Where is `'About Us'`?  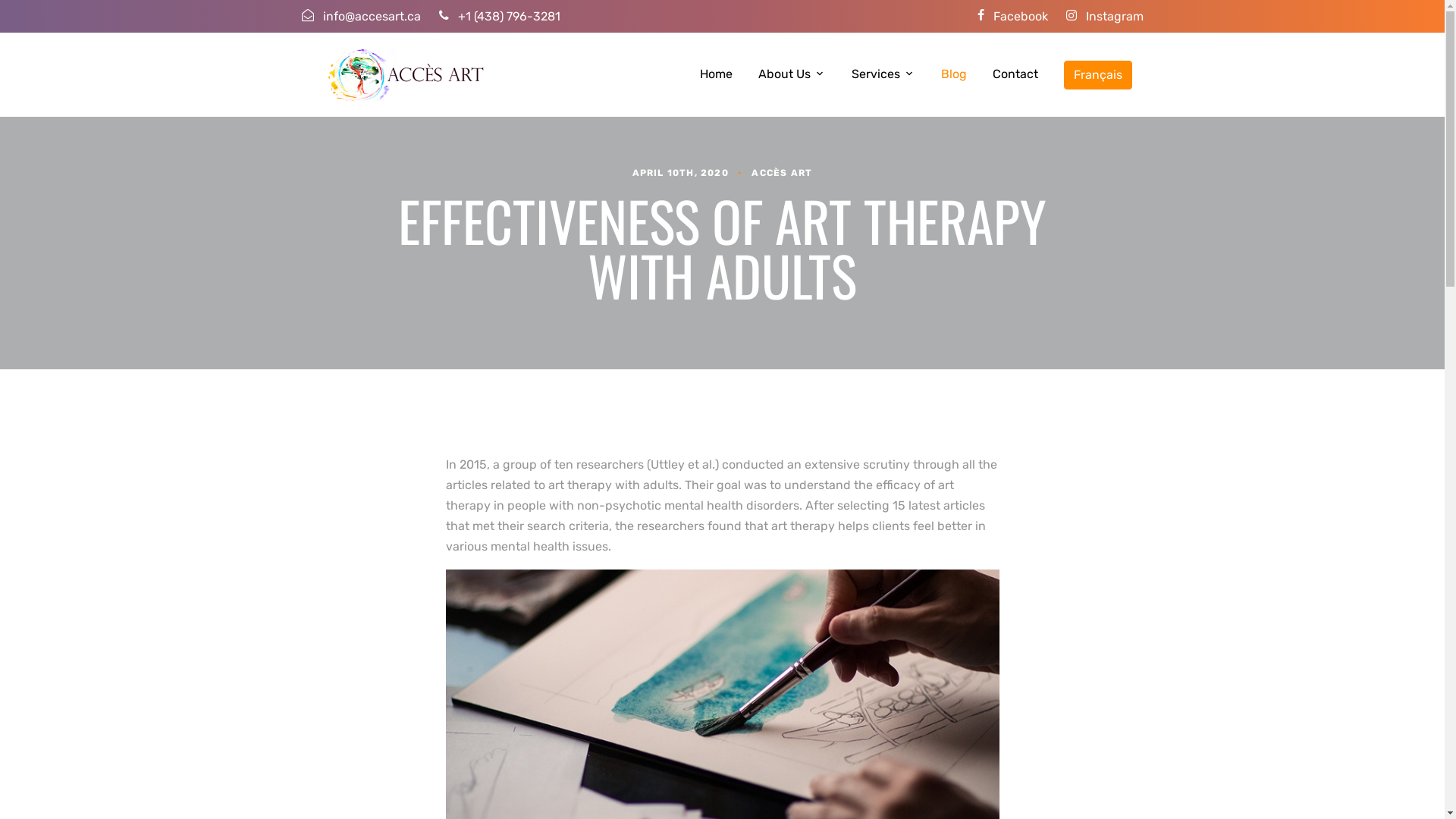
'About Us' is located at coordinates (791, 74).